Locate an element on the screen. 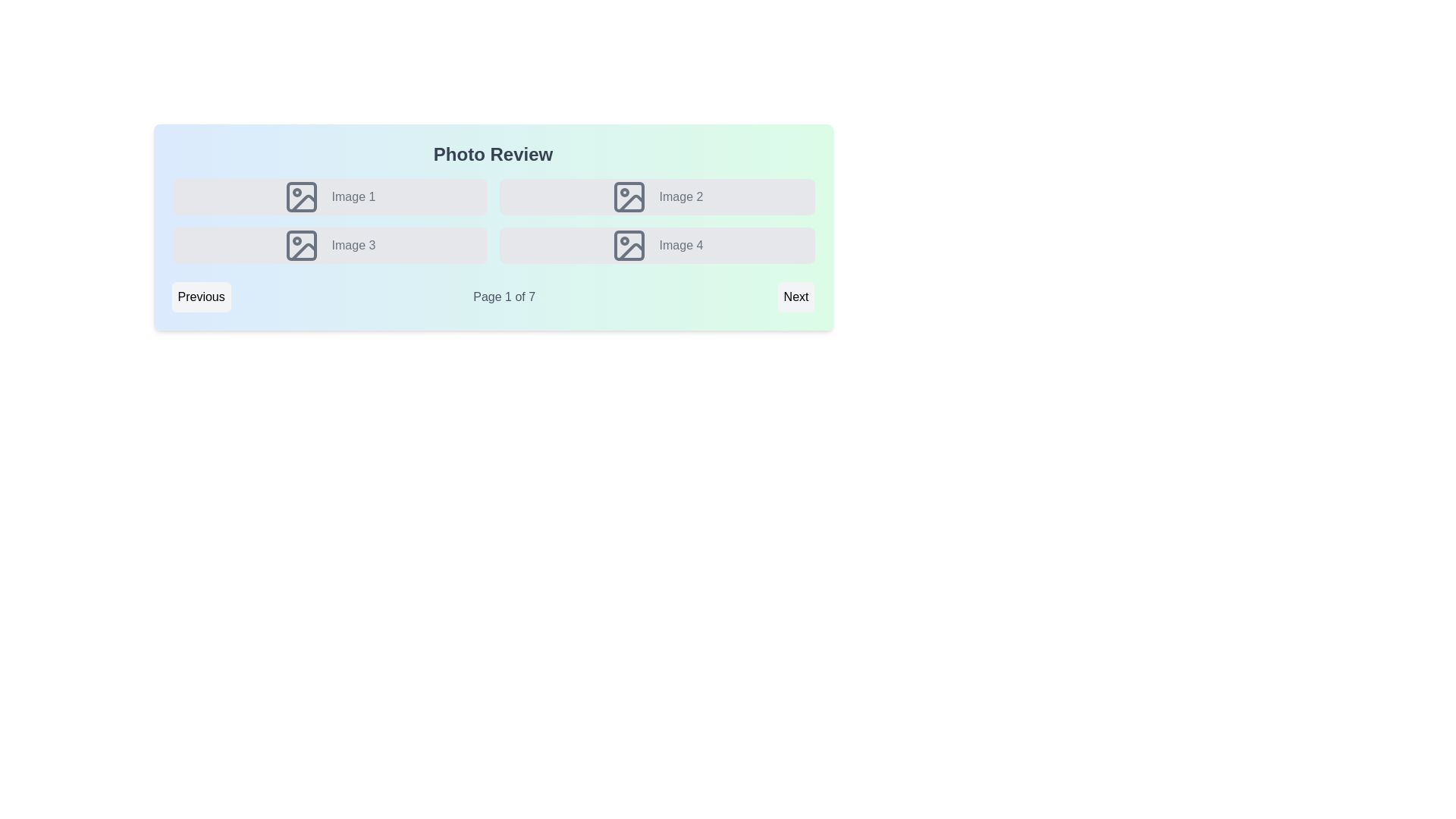  the icon styled to resemble an image placeholder in the bottom-right section of the 'Photo Review' interface, within the panel labeled 'Image 4' is located at coordinates (629, 245).